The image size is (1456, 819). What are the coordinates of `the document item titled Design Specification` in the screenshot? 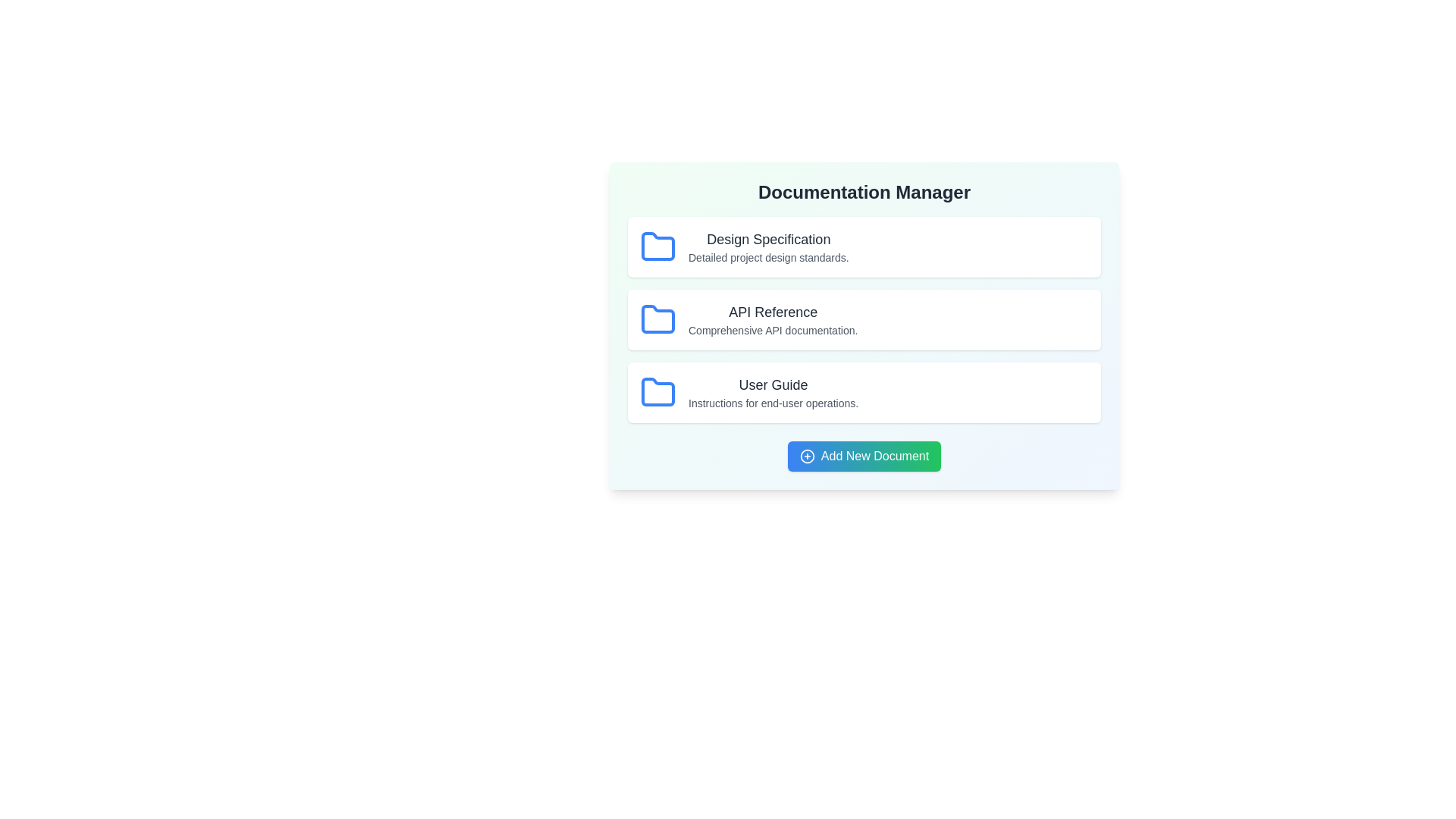 It's located at (864, 246).